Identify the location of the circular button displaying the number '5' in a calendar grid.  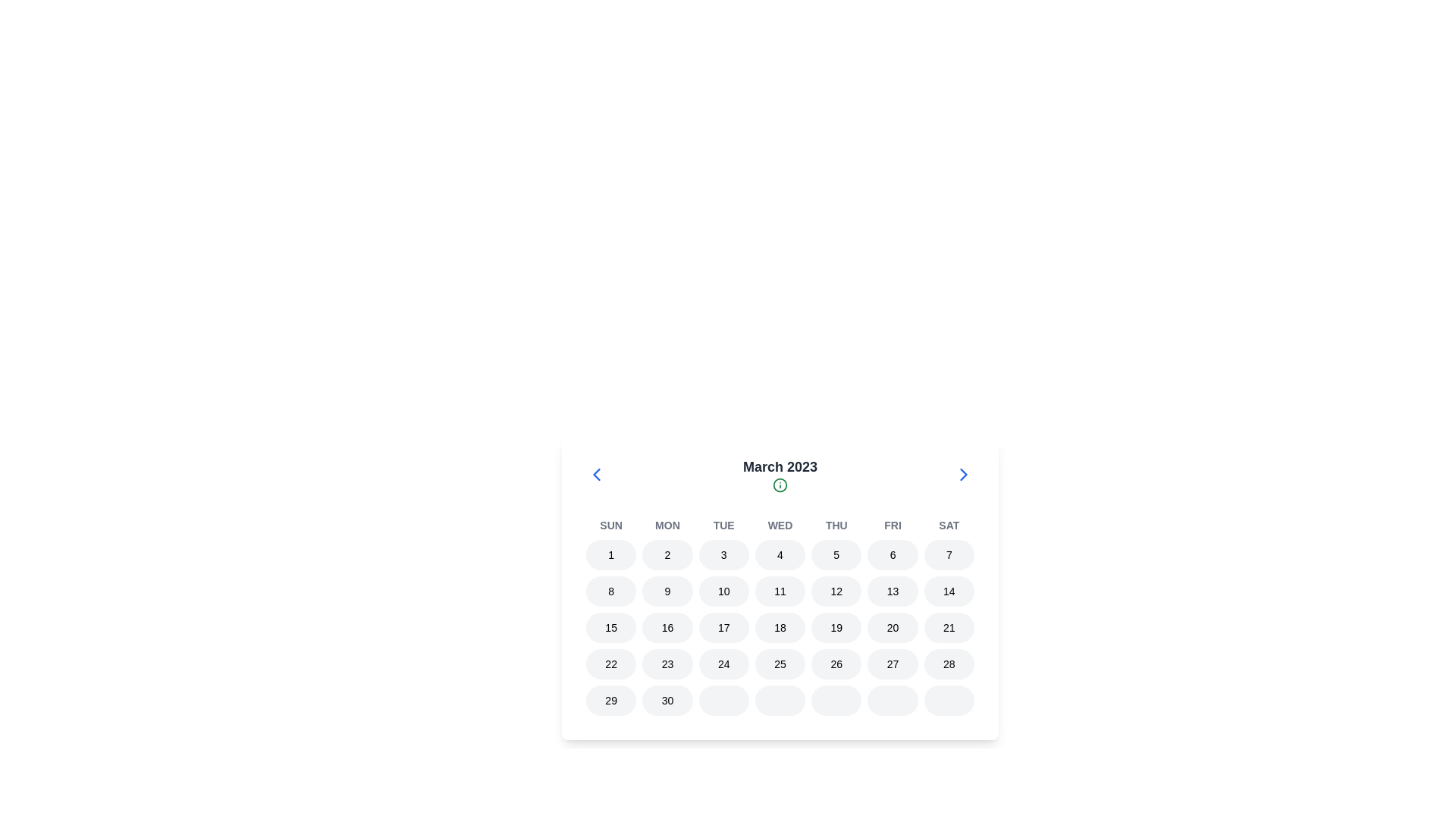
(836, 555).